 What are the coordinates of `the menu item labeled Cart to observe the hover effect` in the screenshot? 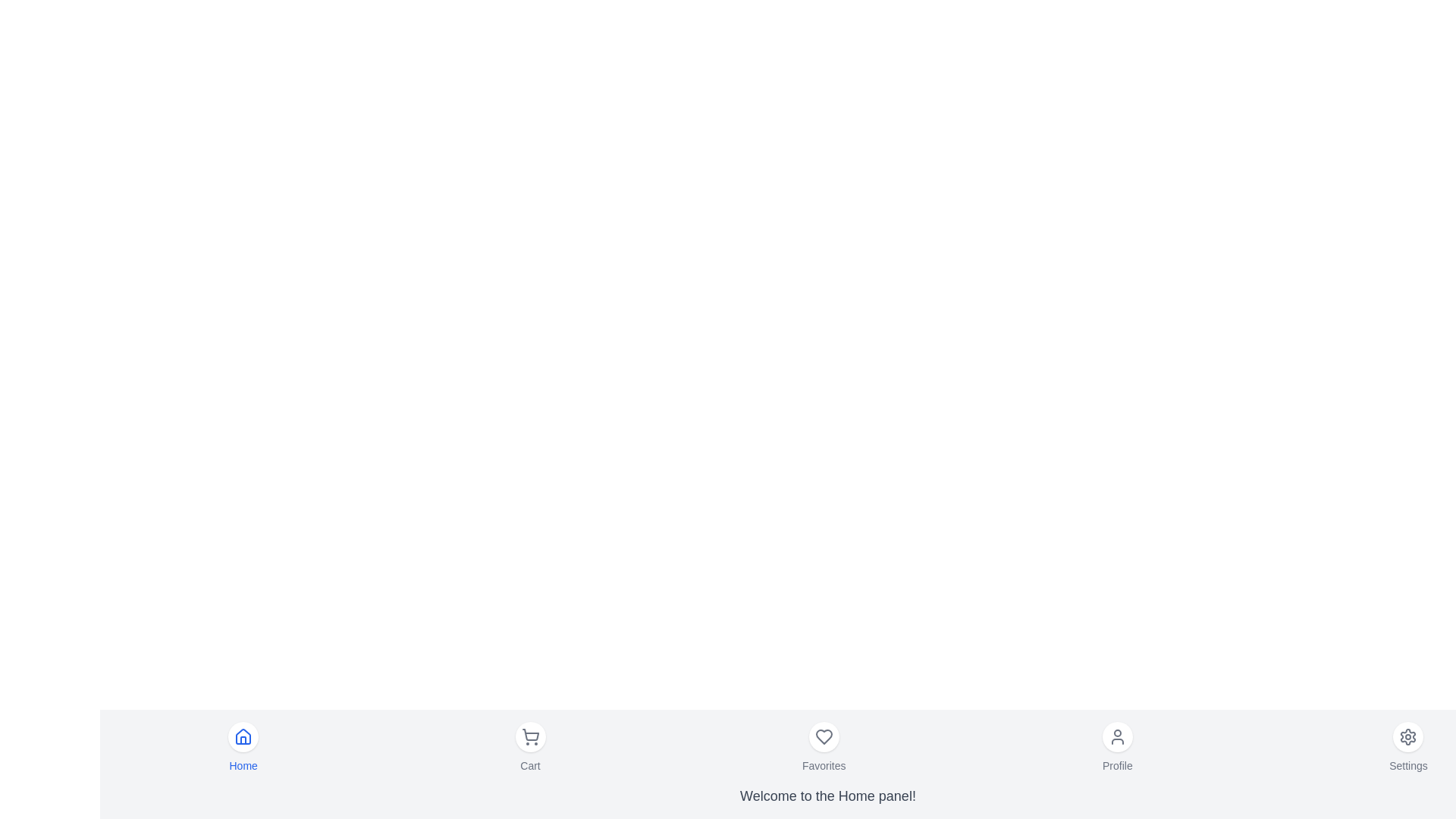 It's located at (531, 747).